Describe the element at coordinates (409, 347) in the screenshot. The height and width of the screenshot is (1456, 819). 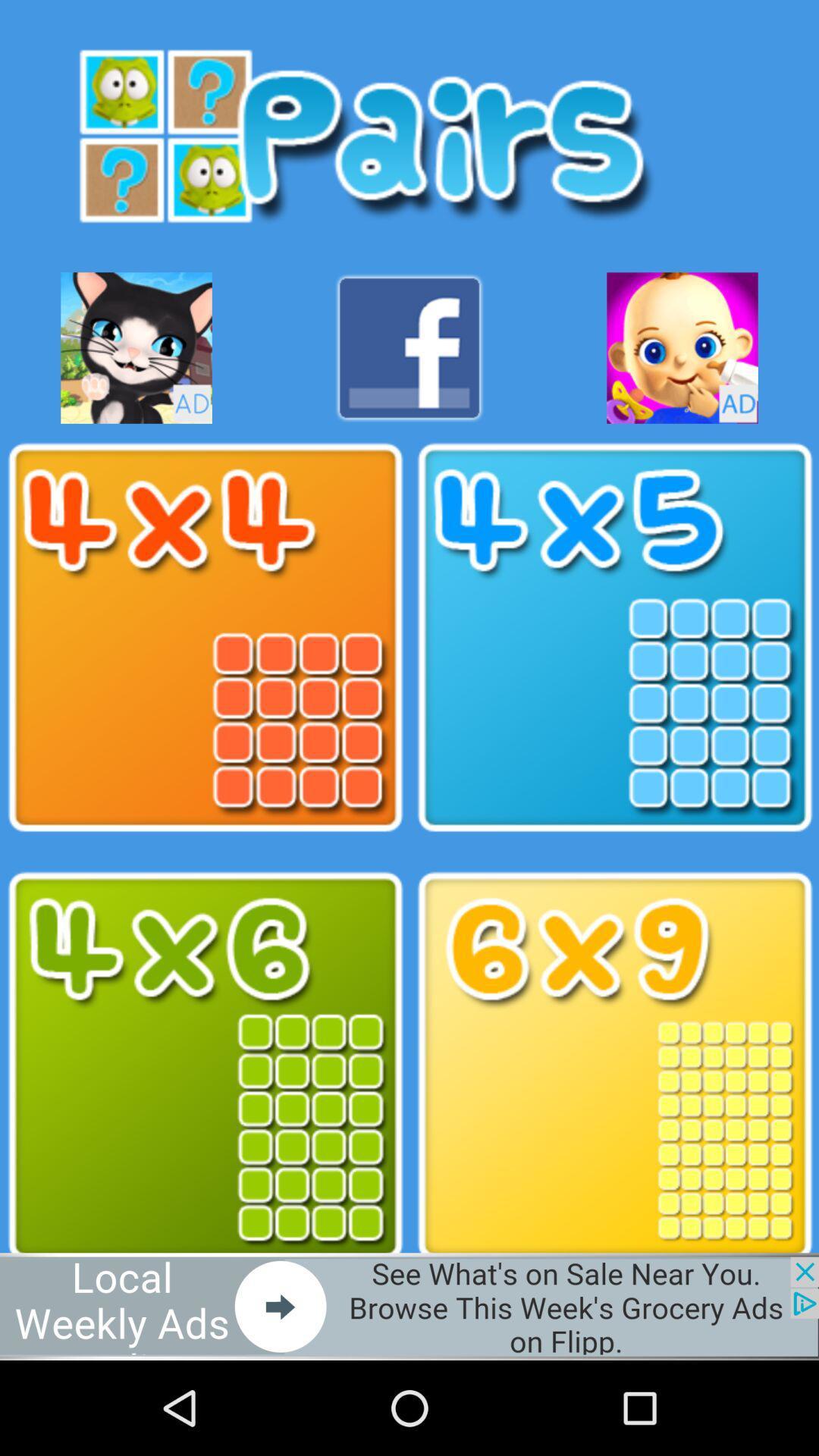
I see `face book app` at that location.